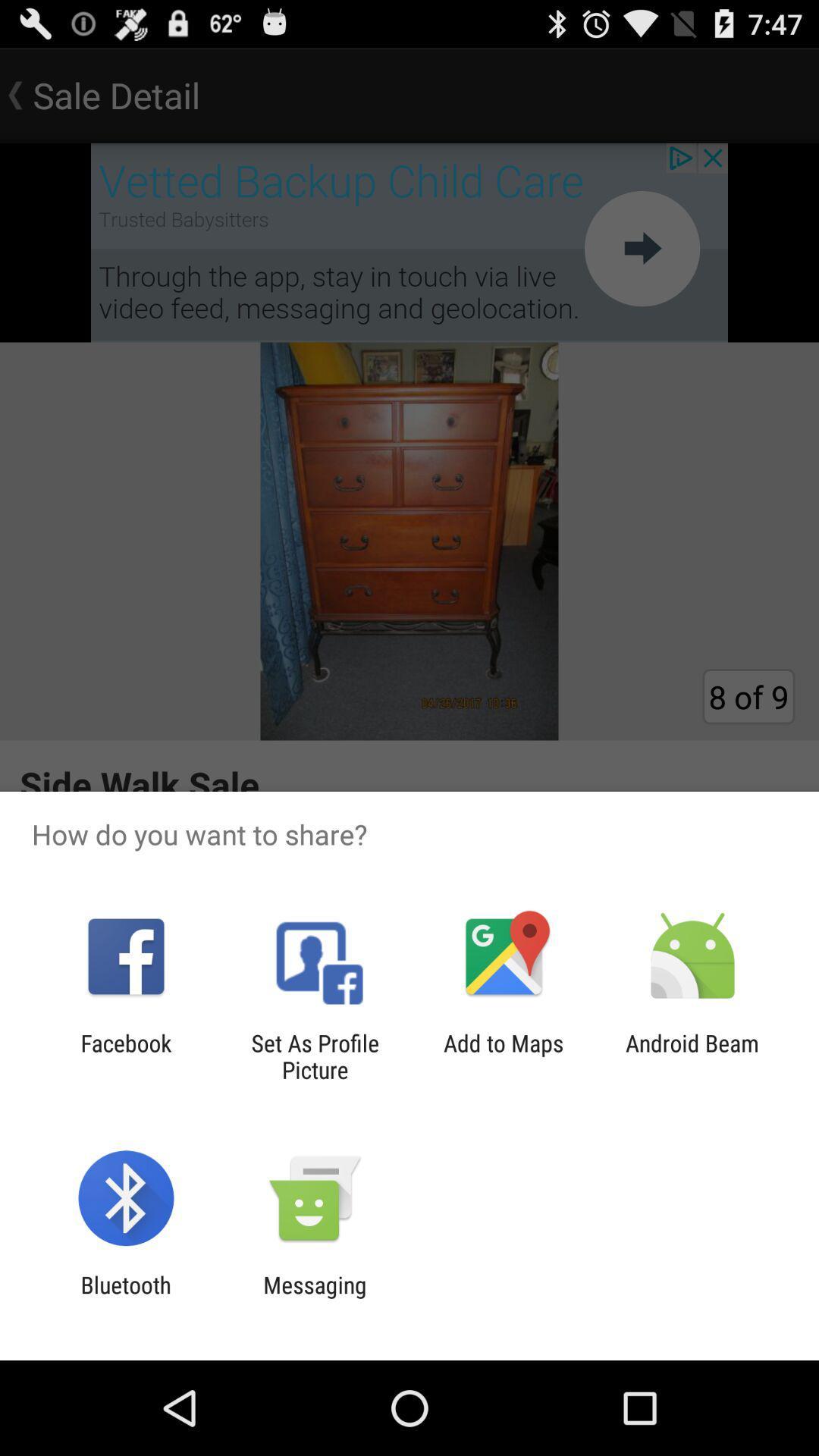  I want to click on the icon next to the add to maps, so click(314, 1056).